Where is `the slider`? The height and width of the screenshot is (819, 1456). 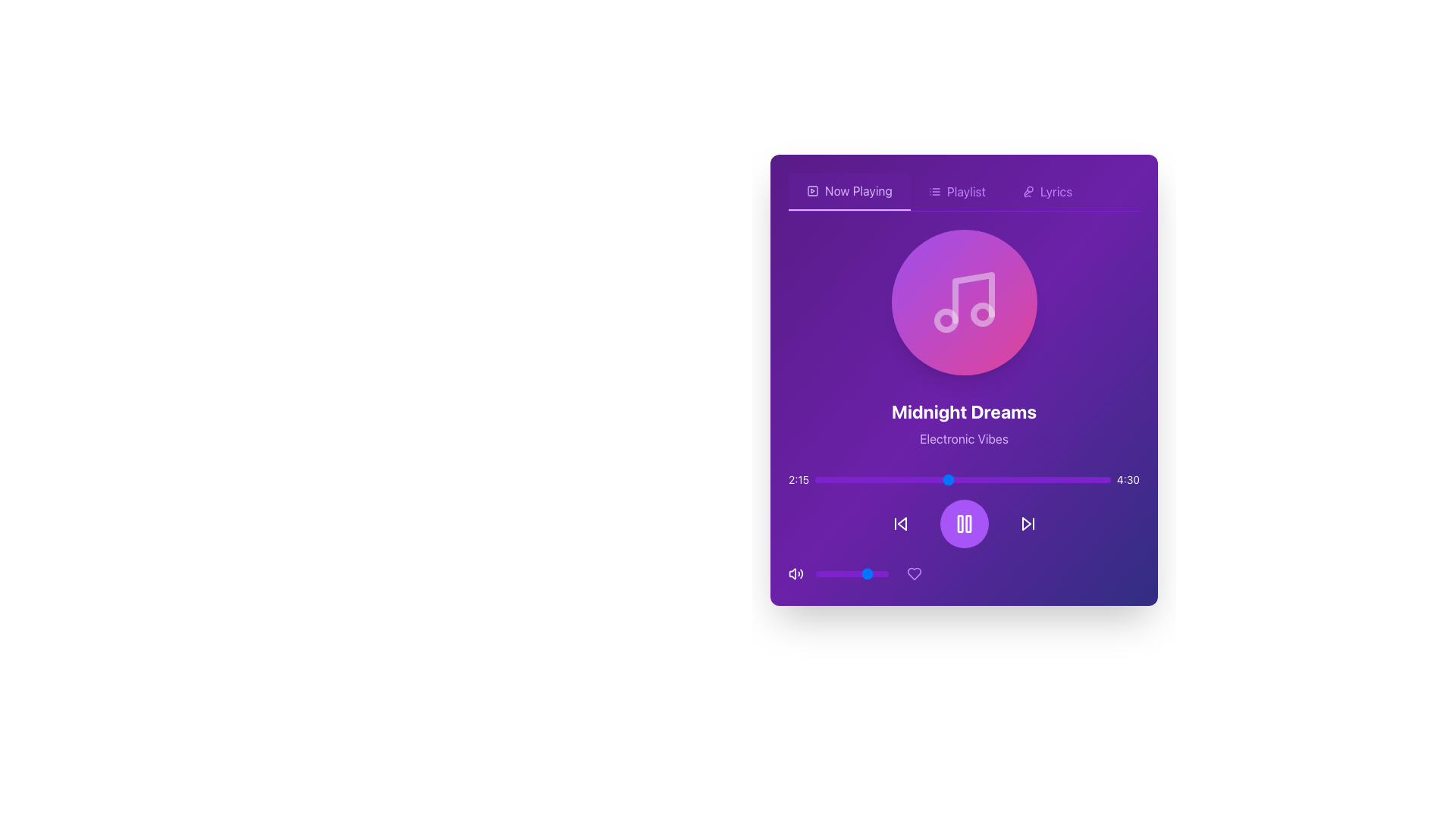
the slider is located at coordinates (938, 479).